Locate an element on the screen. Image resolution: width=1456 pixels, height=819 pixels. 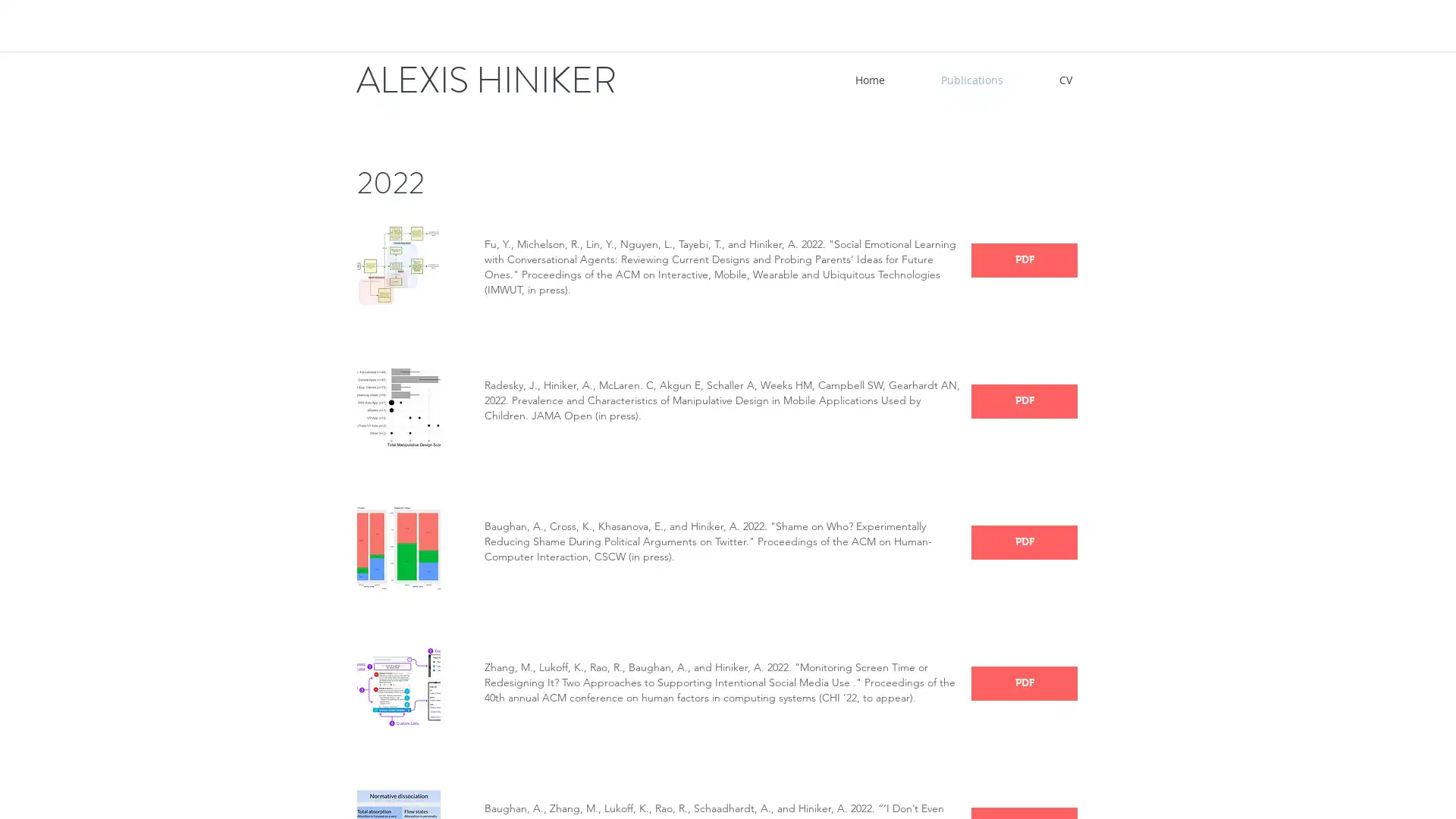
PDF is located at coordinates (1024, 400).